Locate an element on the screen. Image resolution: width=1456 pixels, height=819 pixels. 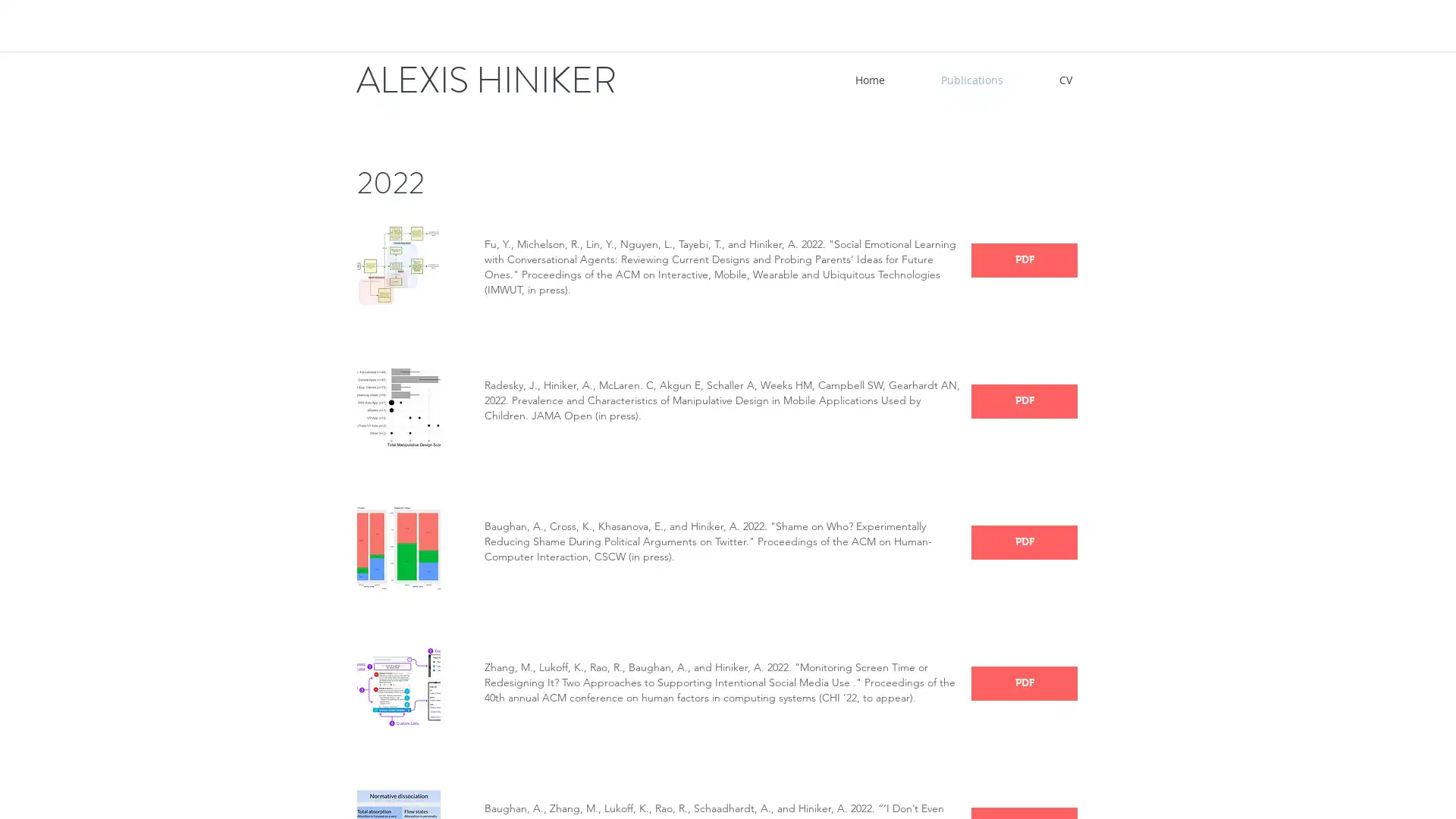
PDF is located at coordinates (1024, 400).